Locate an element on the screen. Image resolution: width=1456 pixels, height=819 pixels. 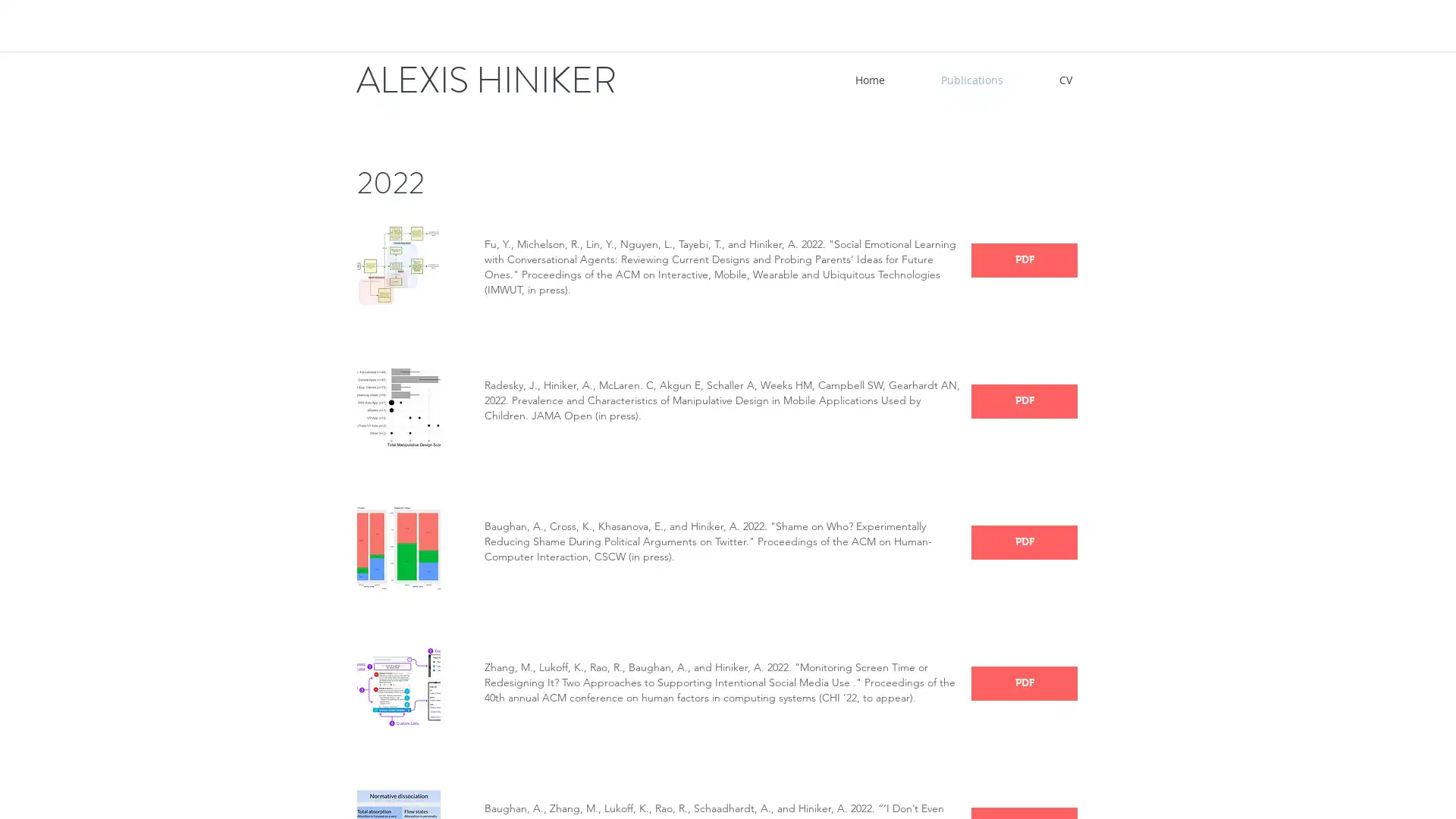
PDF is located at coordinates (1024, 400).